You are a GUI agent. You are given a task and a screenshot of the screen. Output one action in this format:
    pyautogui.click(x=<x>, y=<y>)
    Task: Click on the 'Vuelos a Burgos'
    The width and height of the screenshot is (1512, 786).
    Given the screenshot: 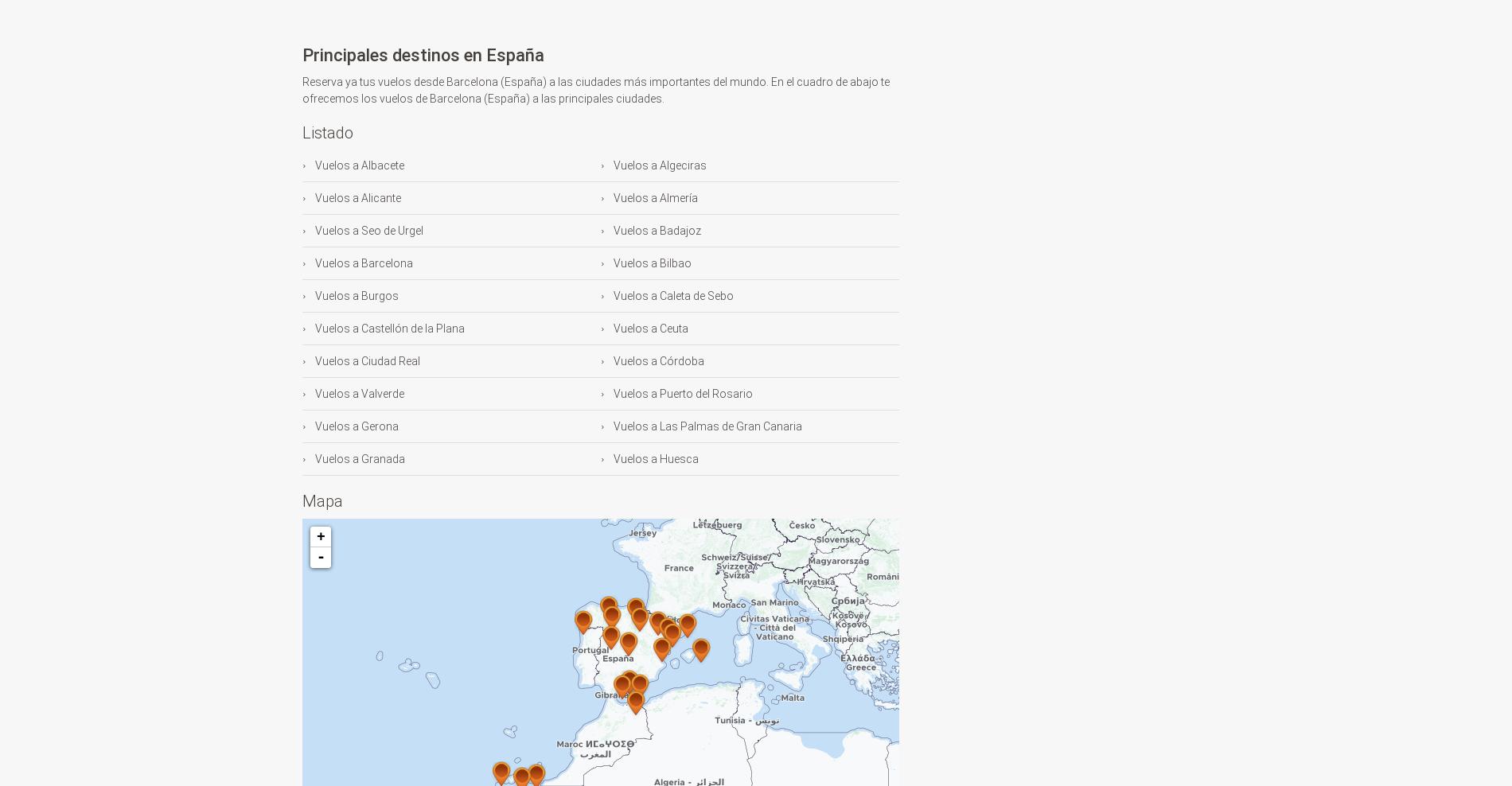 What is the action you would take?
    pyautogui.click(x=355, y=294)
    